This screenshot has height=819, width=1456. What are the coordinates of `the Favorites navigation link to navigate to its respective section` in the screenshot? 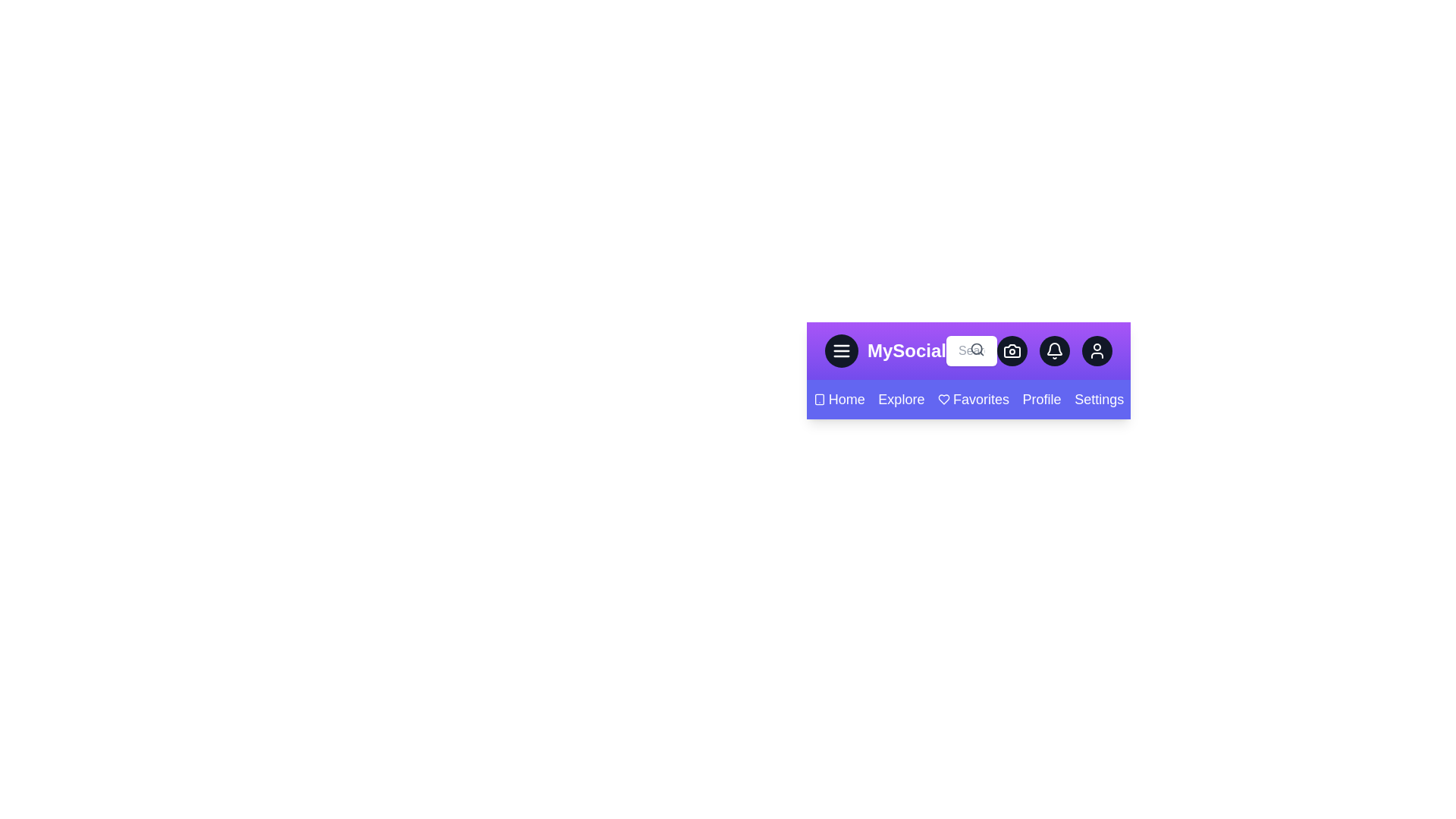 It's located at (973, 399).